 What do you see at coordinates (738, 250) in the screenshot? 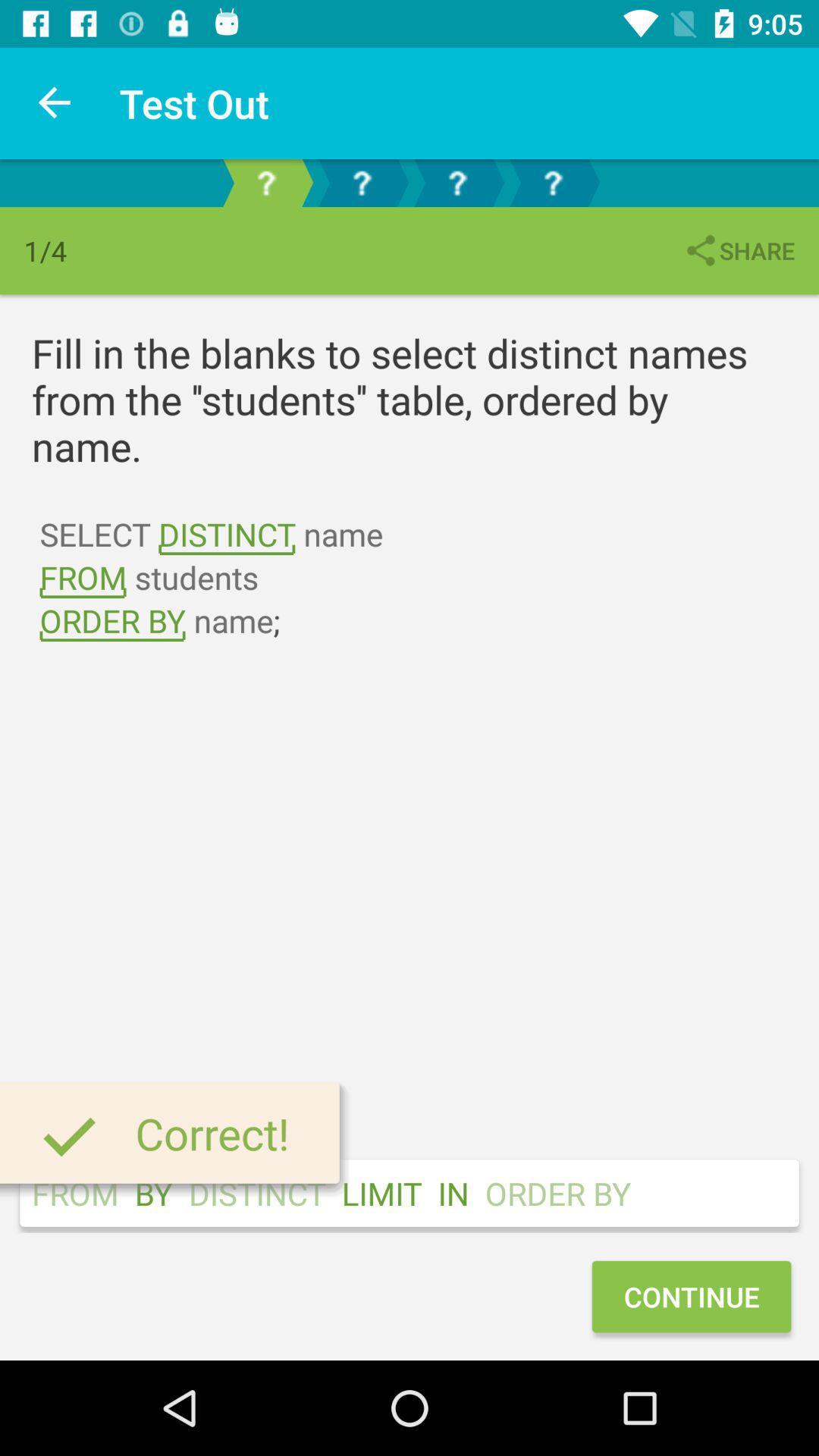
I see `share` at bounding box center [738, 250].